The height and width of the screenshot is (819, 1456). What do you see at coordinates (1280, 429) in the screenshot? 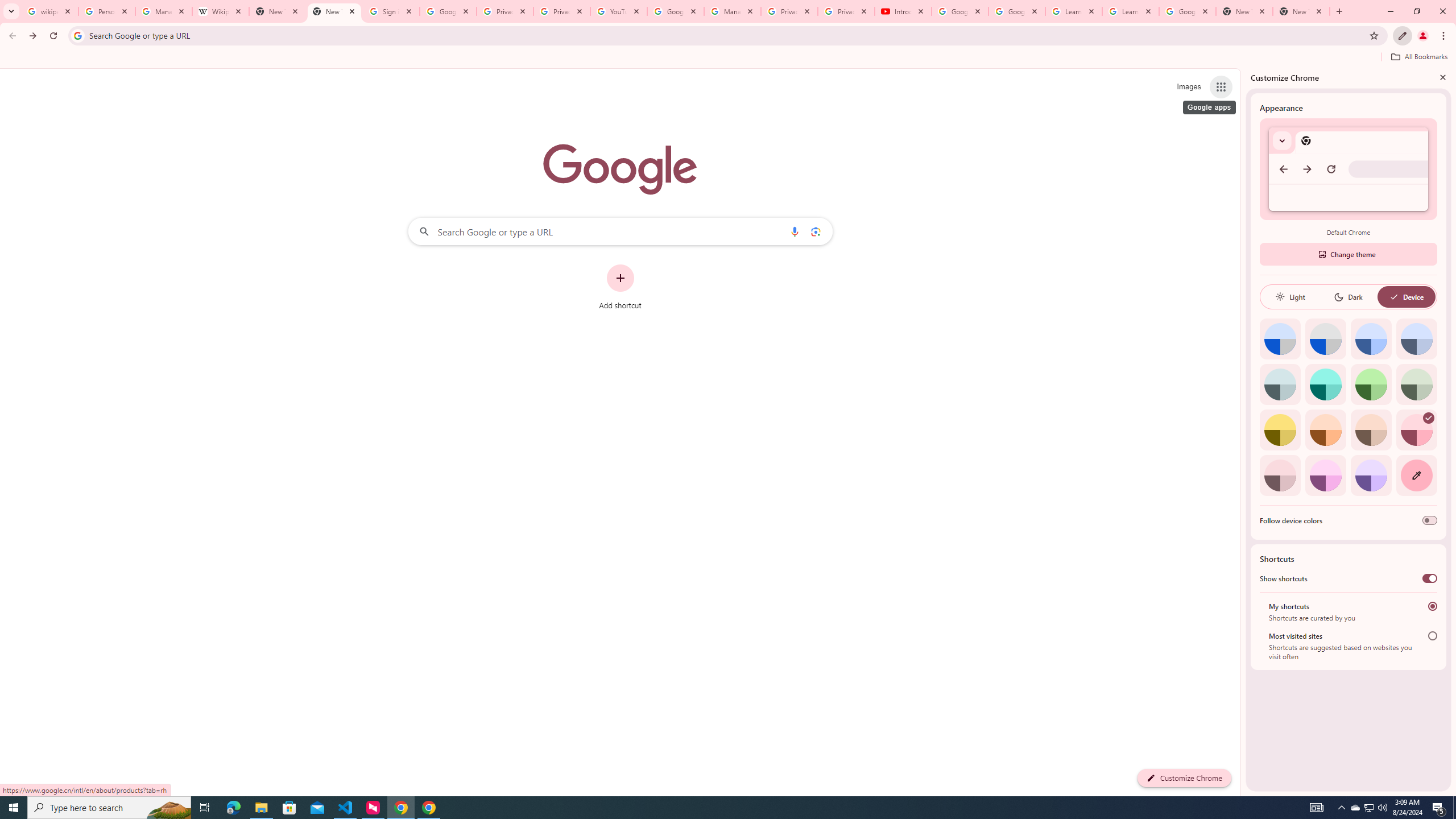
I see `'Citron'` at bounding box center [1280, 429].